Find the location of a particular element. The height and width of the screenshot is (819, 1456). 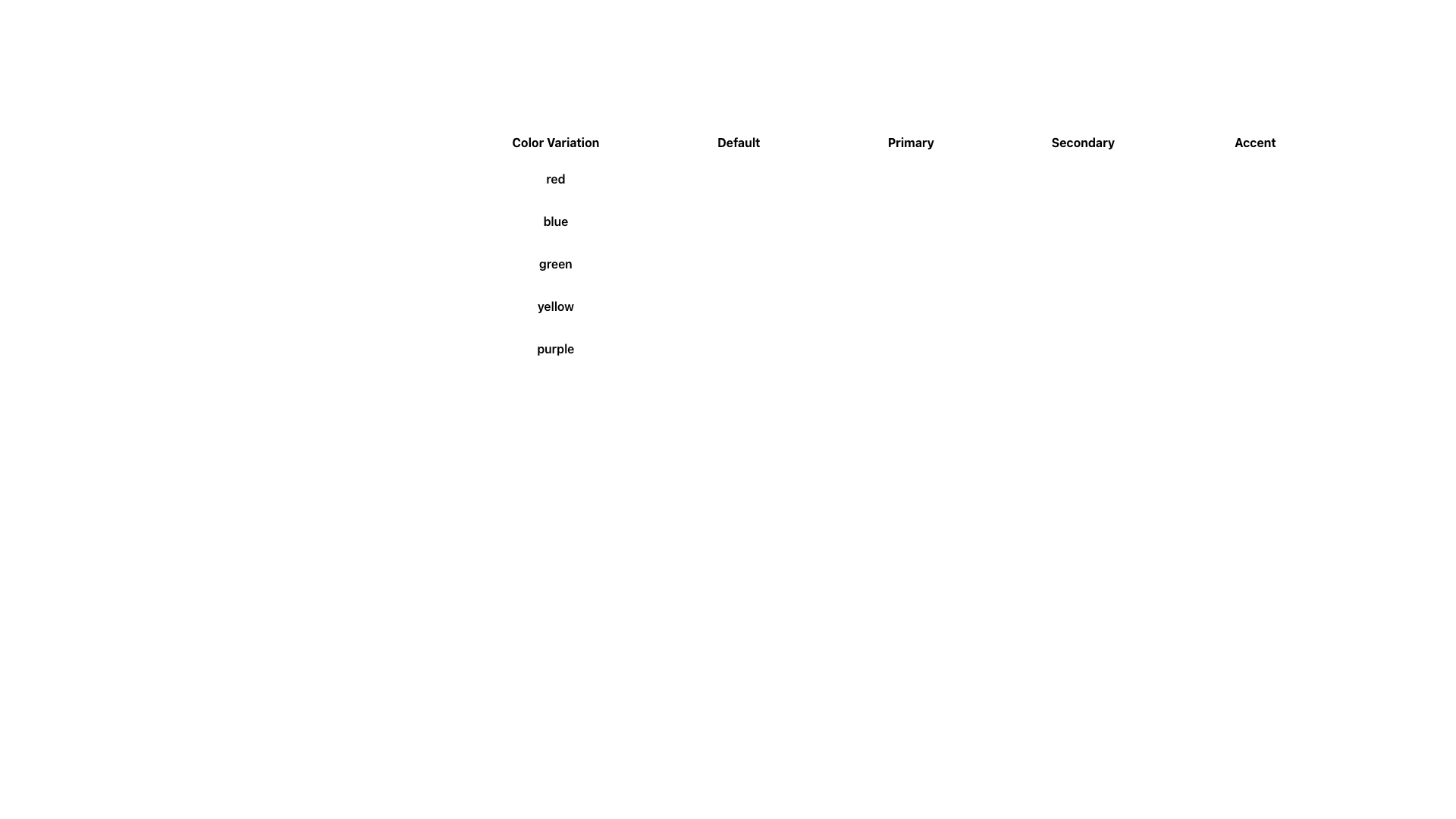

the text label indicating the color variant 'blue' in the 'Color Variation' column, which is positioned between 'red' and 'green' is located at coordinates (739, 221).